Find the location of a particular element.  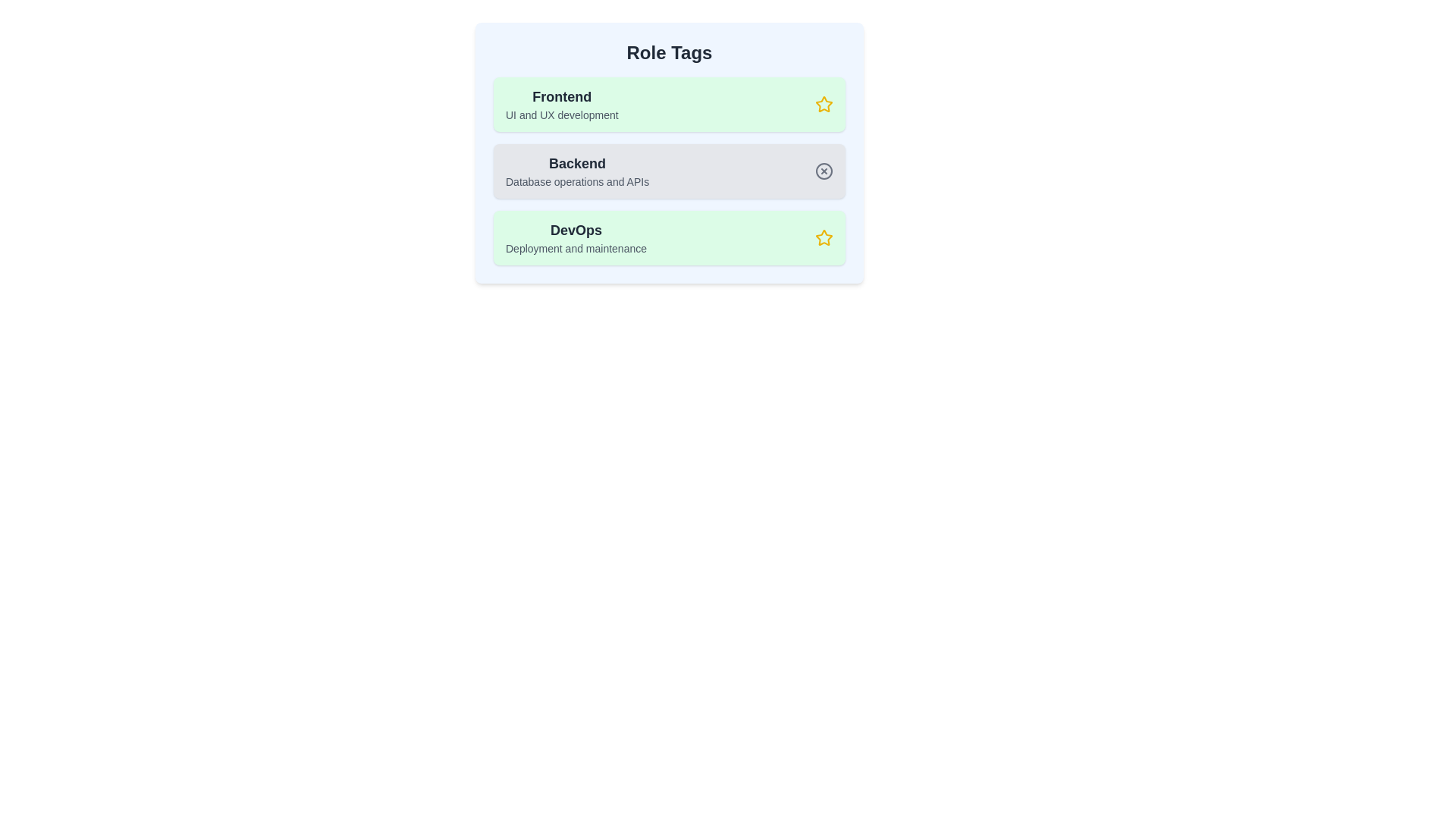

the tag labeled 'DevOps' to trigger its animation effect is located at coordinates (669, 237).